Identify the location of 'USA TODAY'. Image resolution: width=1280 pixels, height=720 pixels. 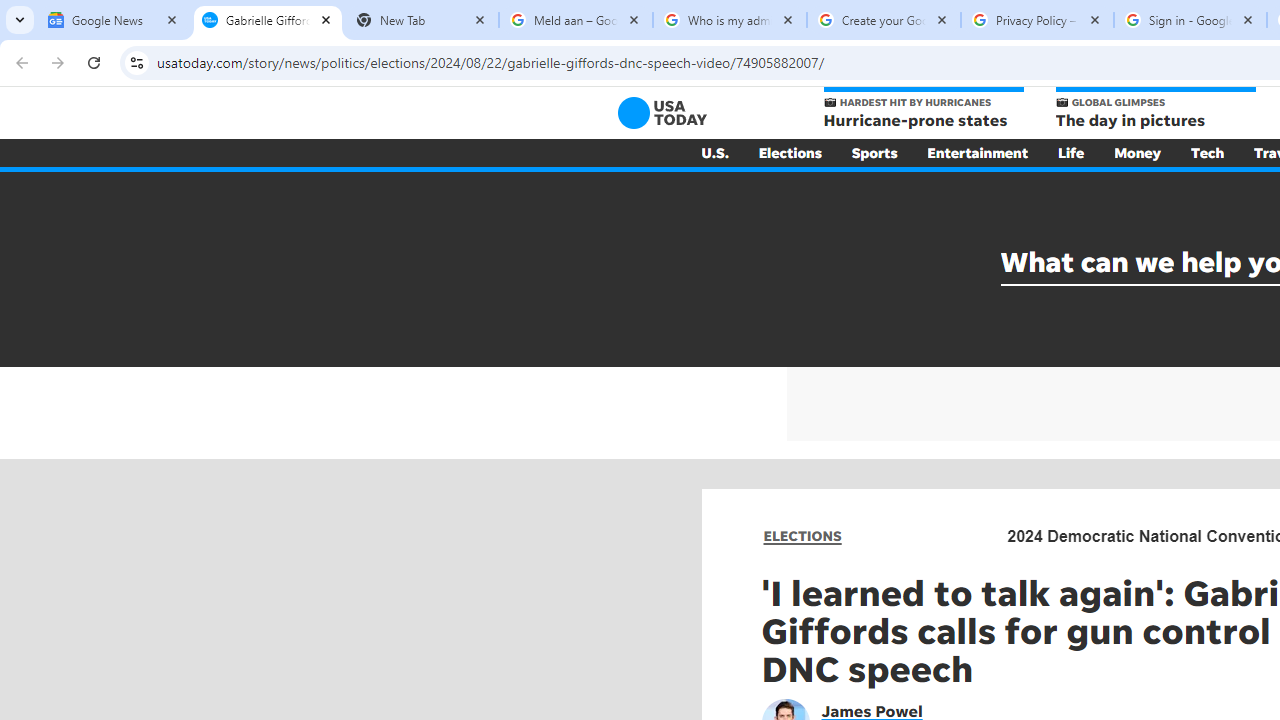
(661, 113).